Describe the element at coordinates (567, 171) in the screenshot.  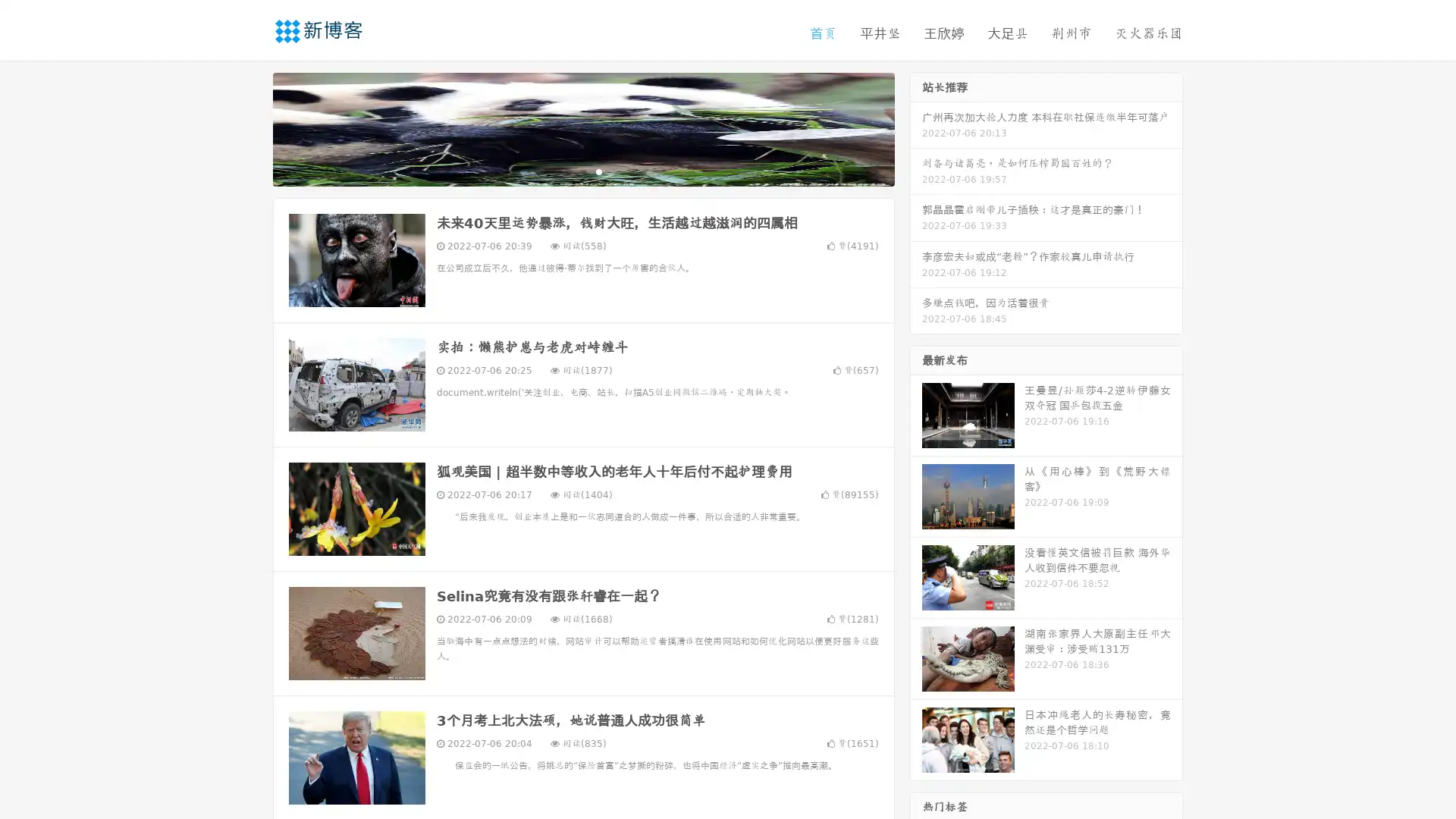
I see `Go to slide 1` at that location.